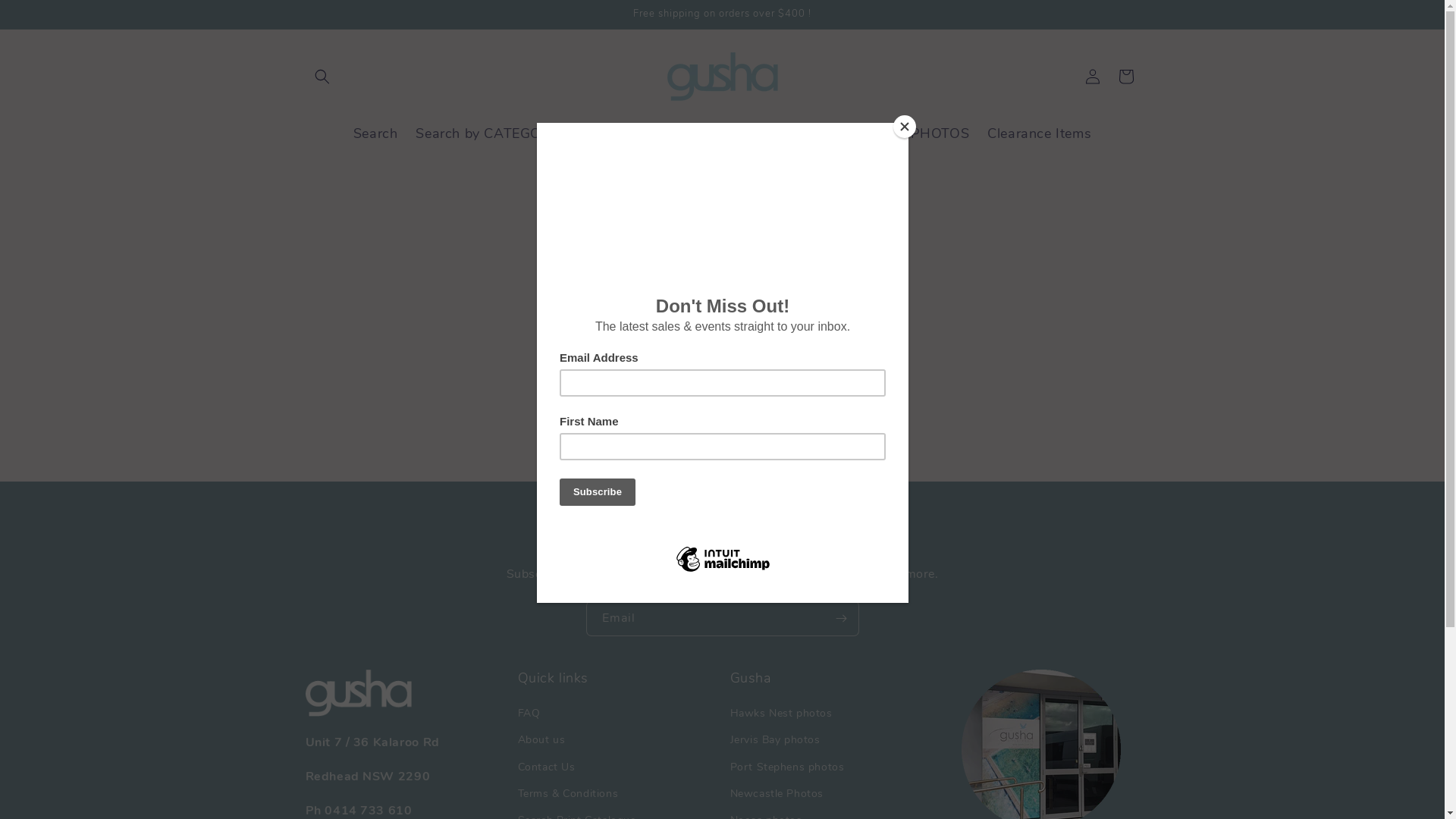 This screenshot has height=819, width=1456. Describe the element at coordinates (541, 739) in the screenshot. I see `'About us'` at that location.